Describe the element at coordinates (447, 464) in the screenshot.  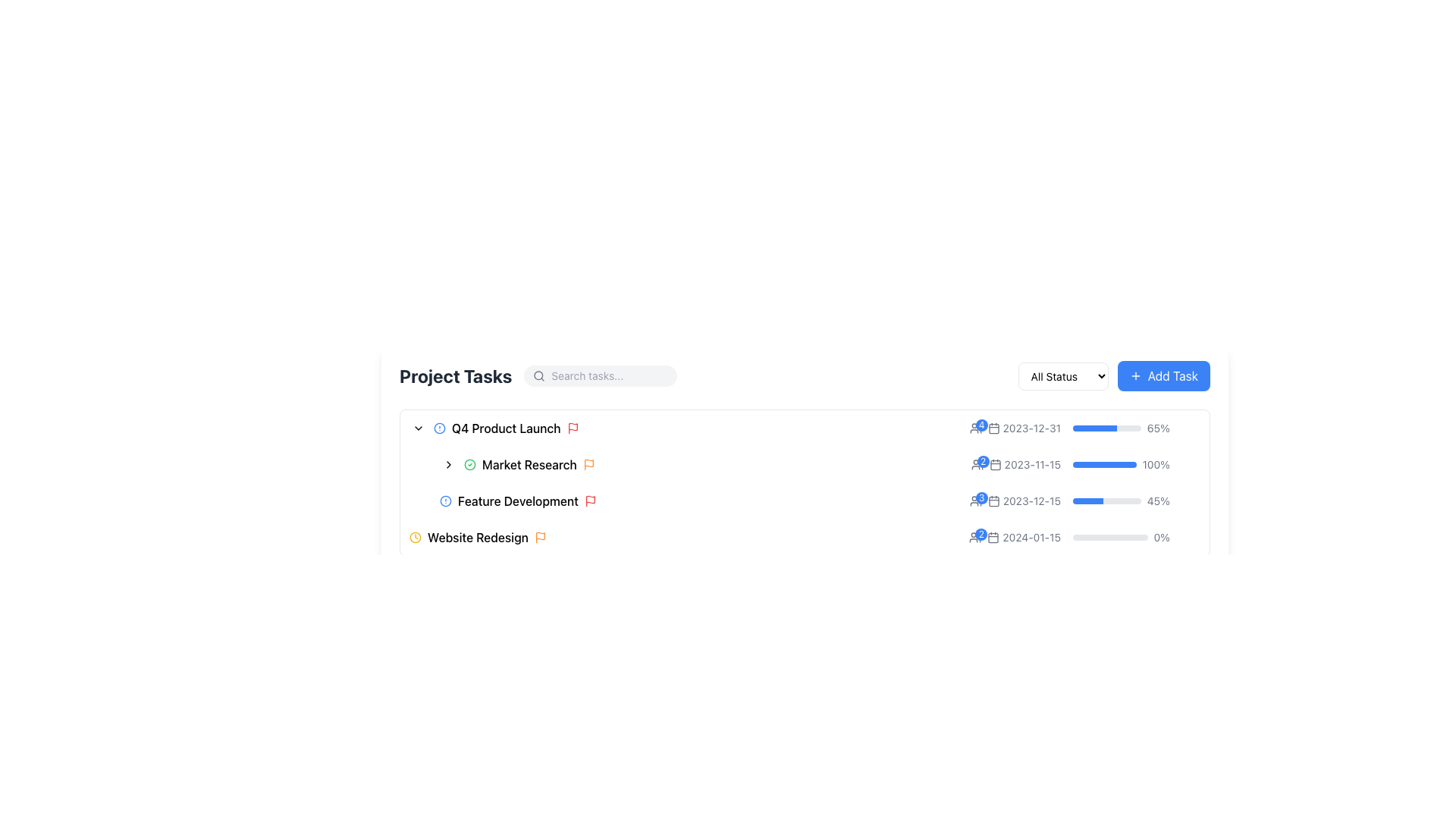
I see `the rightward-pointing chevron icon indicating navigation within the 'Market Research' task in the 'Project Tasks' list` at that location.